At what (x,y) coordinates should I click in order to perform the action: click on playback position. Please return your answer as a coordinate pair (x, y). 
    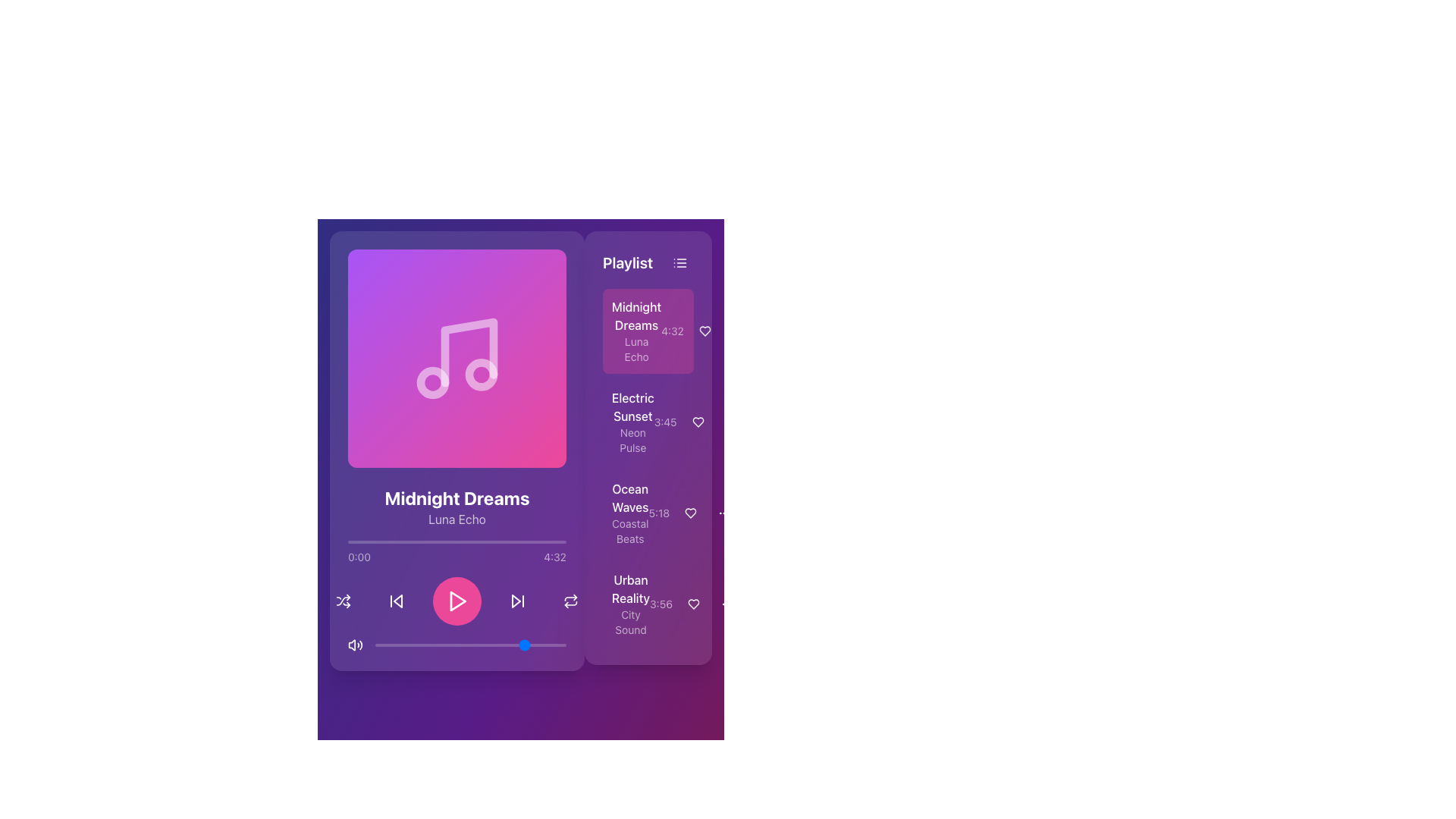
    Looking at the image, I should click on (351, 541).